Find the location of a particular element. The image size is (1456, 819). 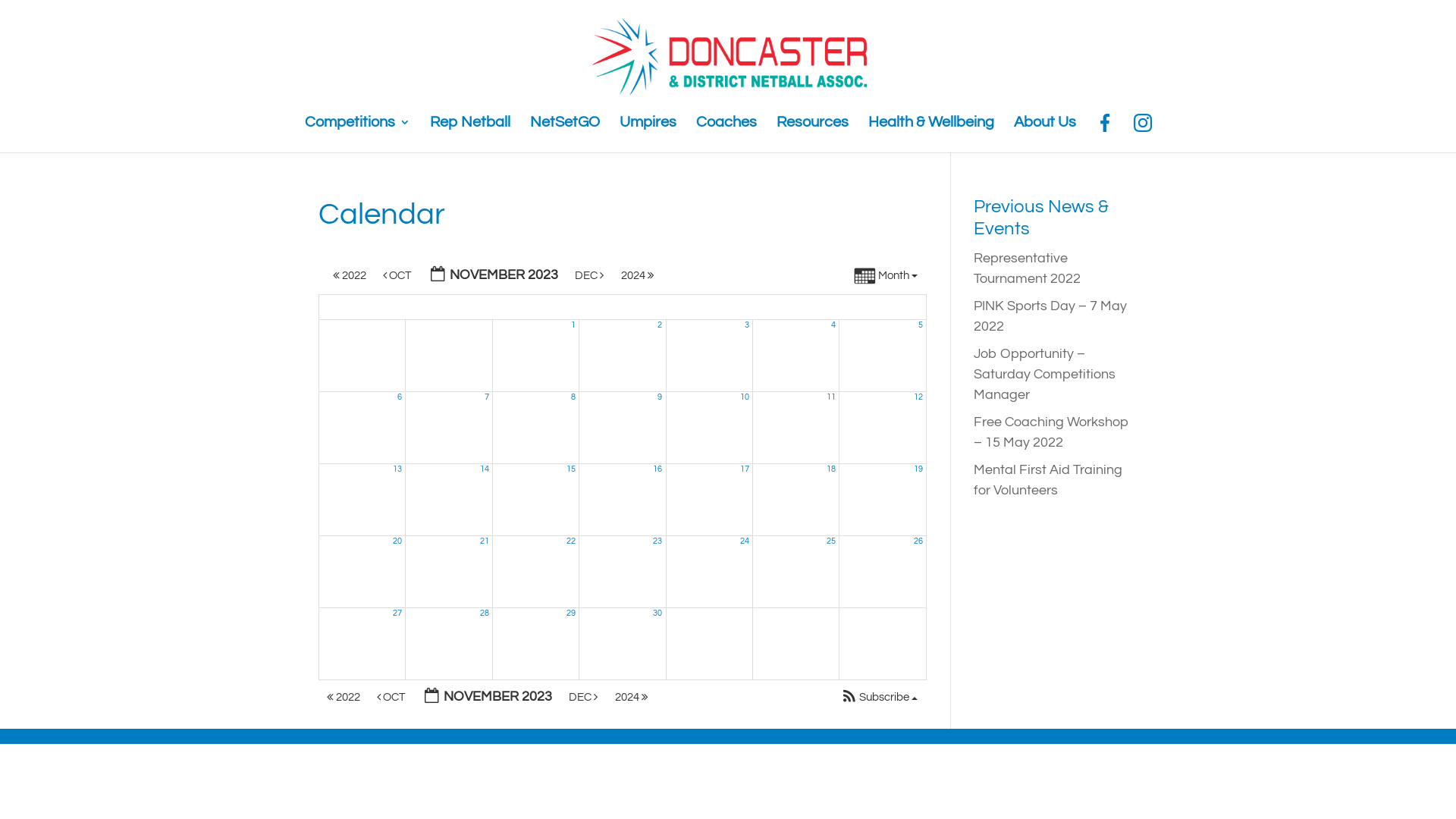

'16' is located at coordinates (657, 468).